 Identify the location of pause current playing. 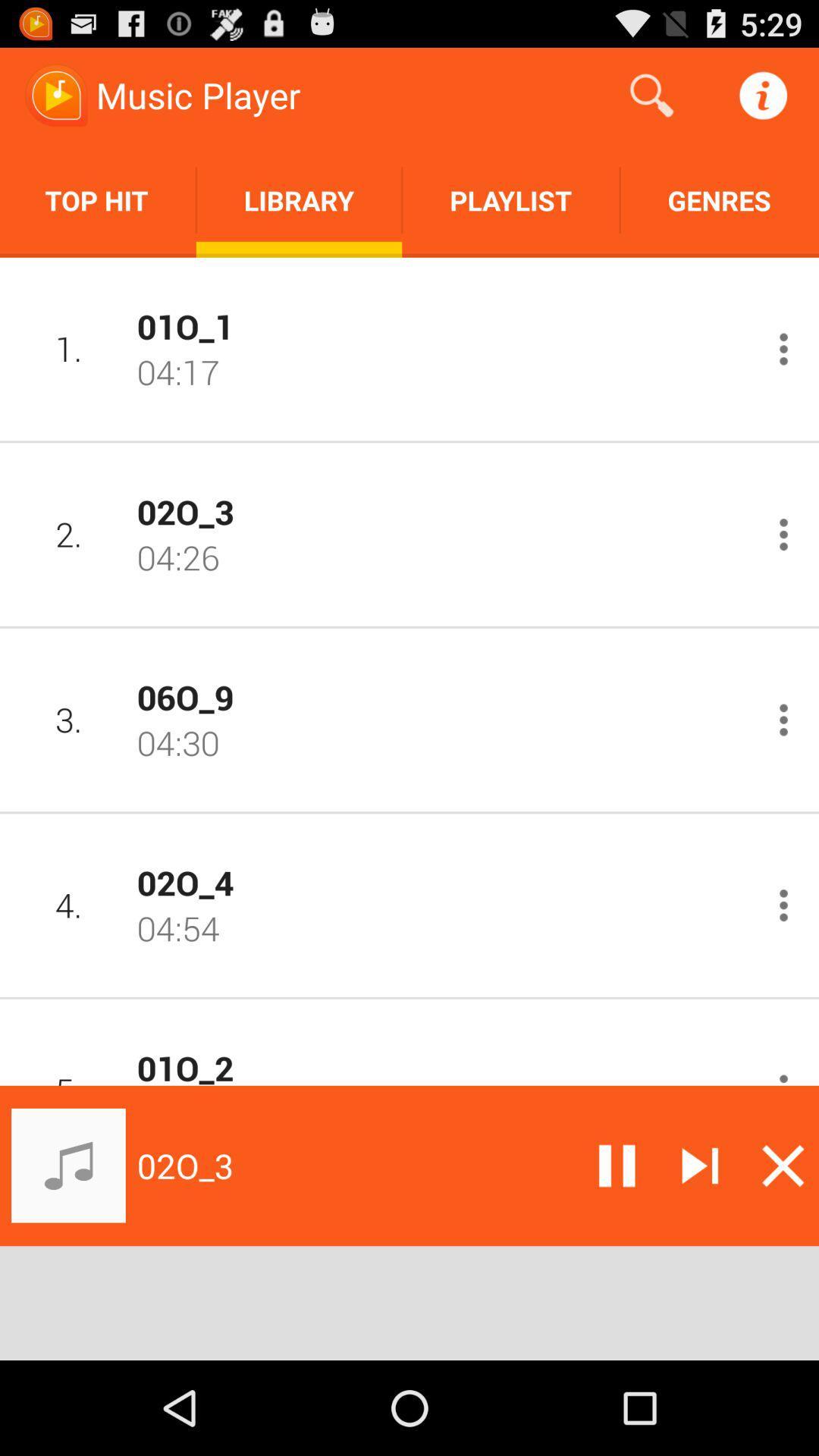
(617, 1165).